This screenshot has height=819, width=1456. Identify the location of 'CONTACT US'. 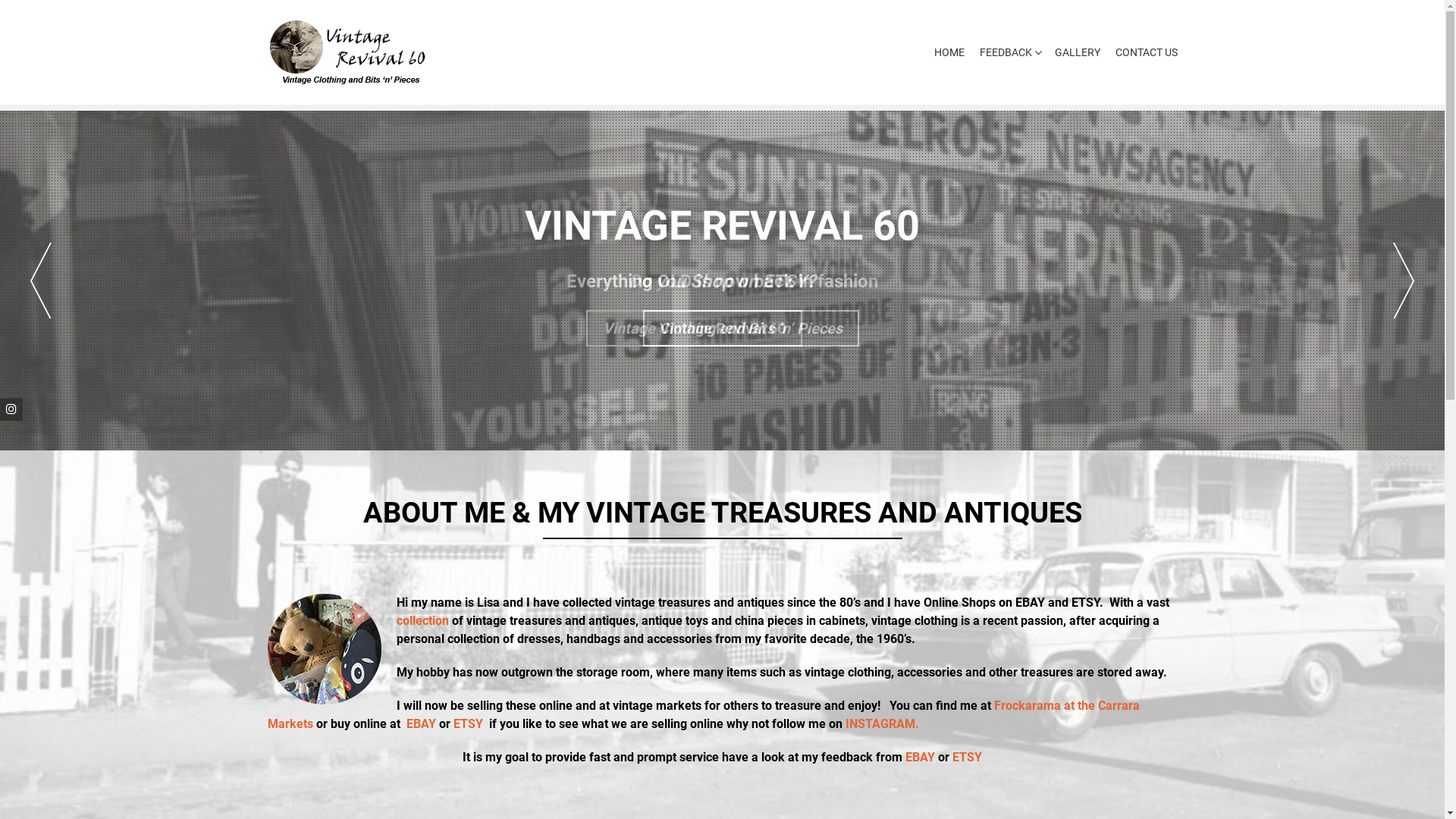
(1142, 52).